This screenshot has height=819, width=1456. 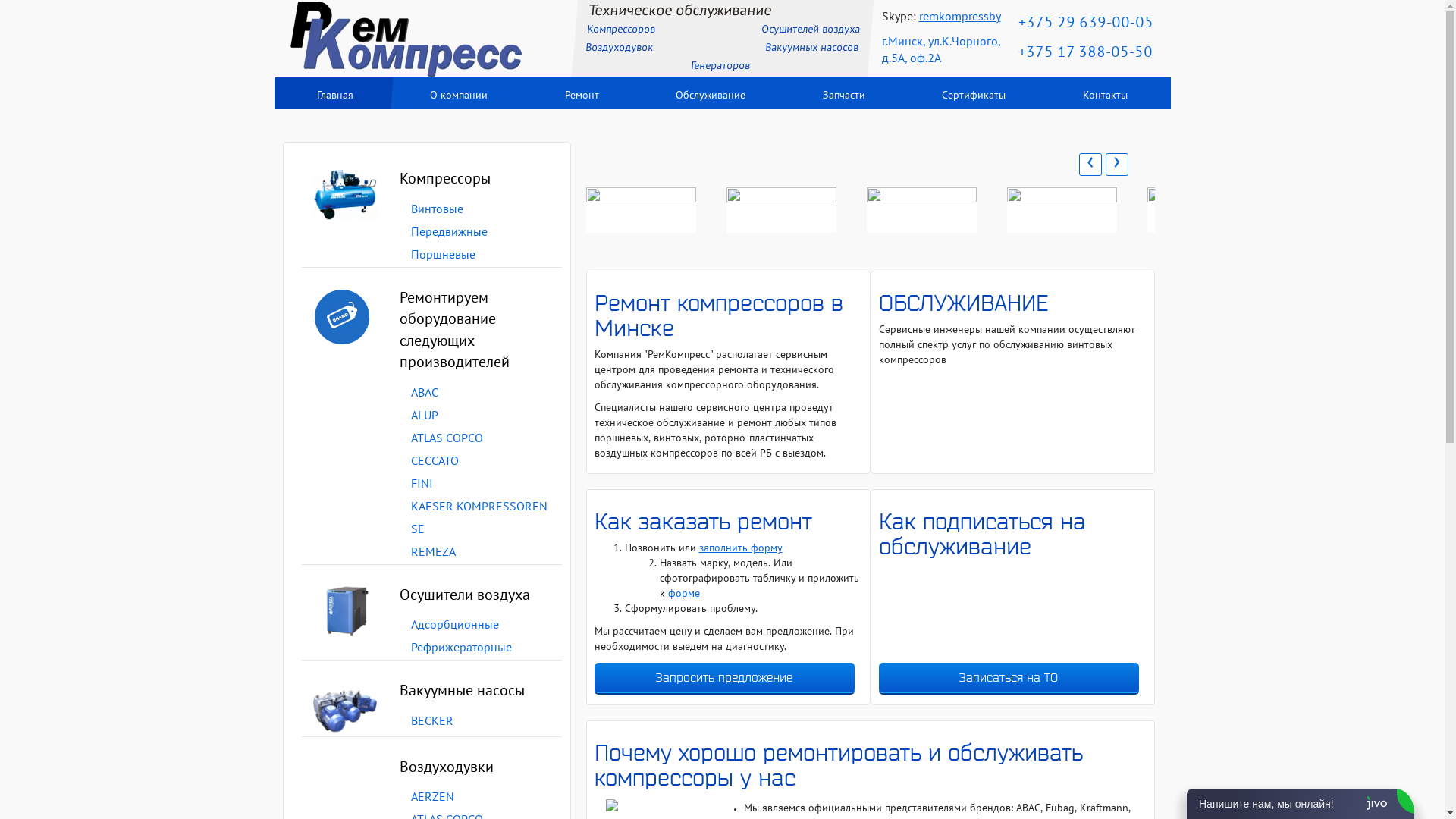 What do you see at coordinates (431, 797) in the screenshot?
I see `'AERZEN'` at bounding box center [431, 797].